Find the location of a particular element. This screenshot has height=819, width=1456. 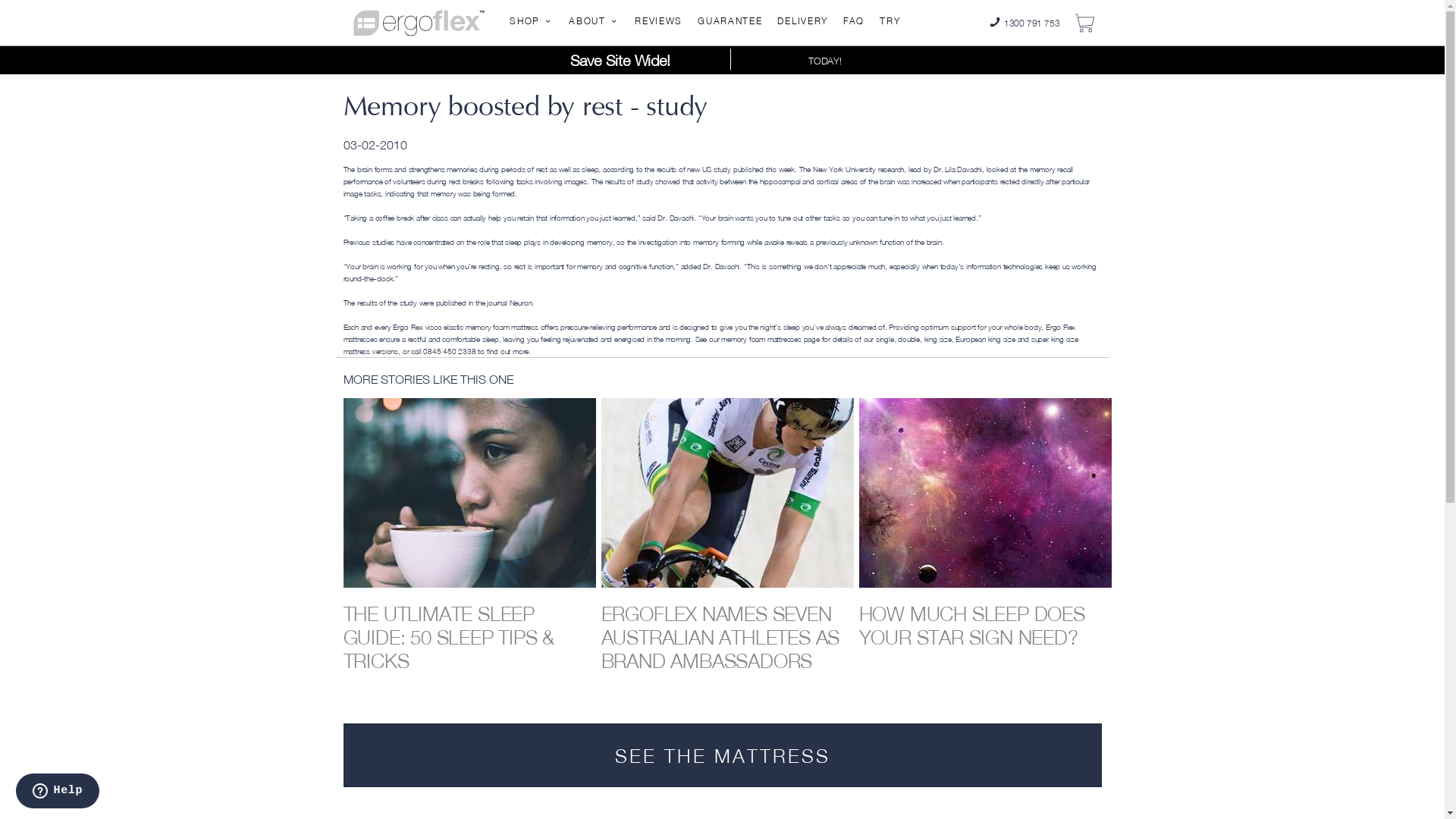

'Opens a widget where you can chat to one of our agents' is located at coordinates (57, 792).